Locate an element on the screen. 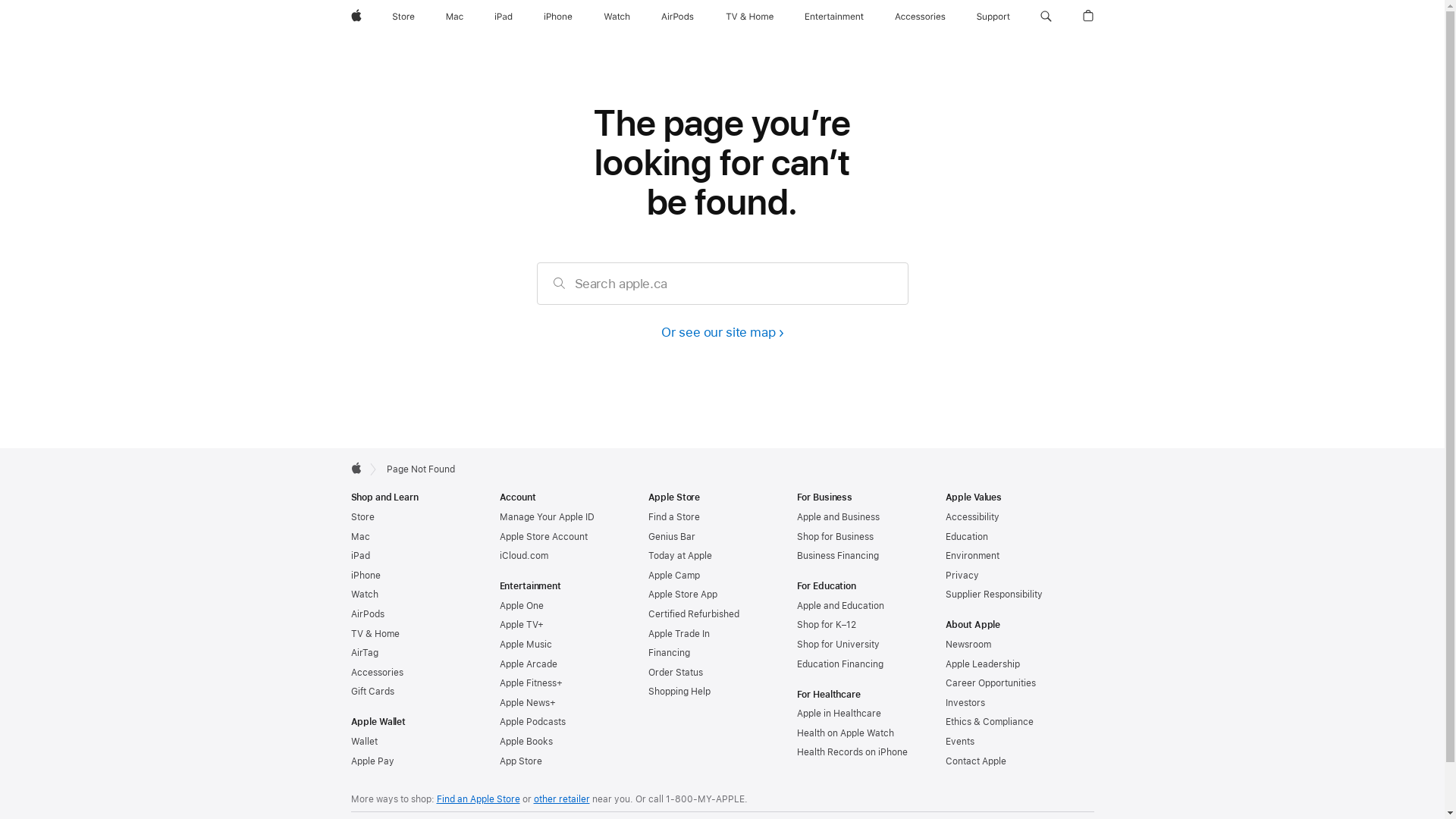 The width and height of the screenshot is (1456, 819). 'Investors' is located at coordinates (964, 702).